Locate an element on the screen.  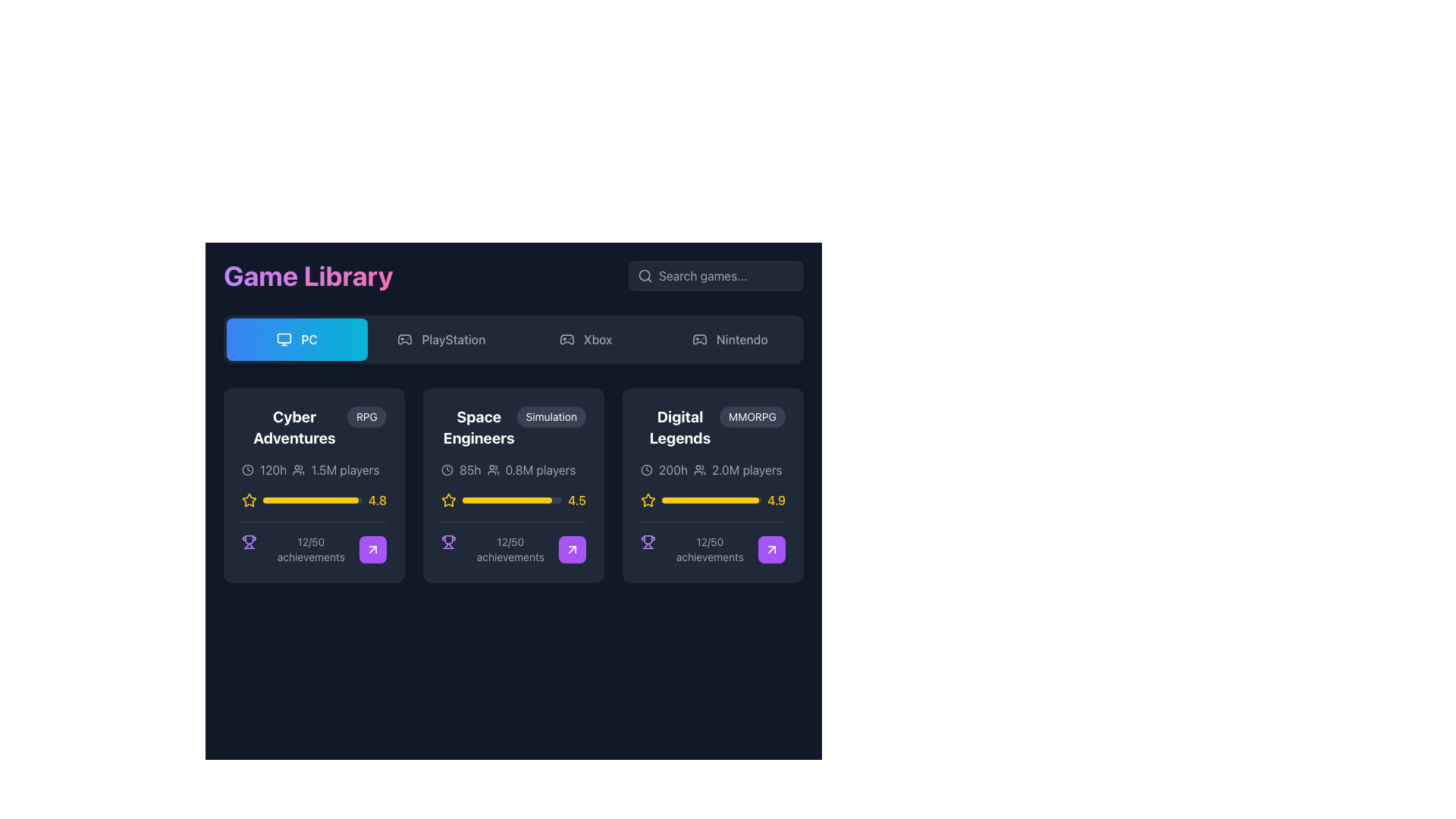
the yellow star icon in the 'Space Engineers' card, which is part of the rating system and indicates user feedback is located at coordinates (249, 500).